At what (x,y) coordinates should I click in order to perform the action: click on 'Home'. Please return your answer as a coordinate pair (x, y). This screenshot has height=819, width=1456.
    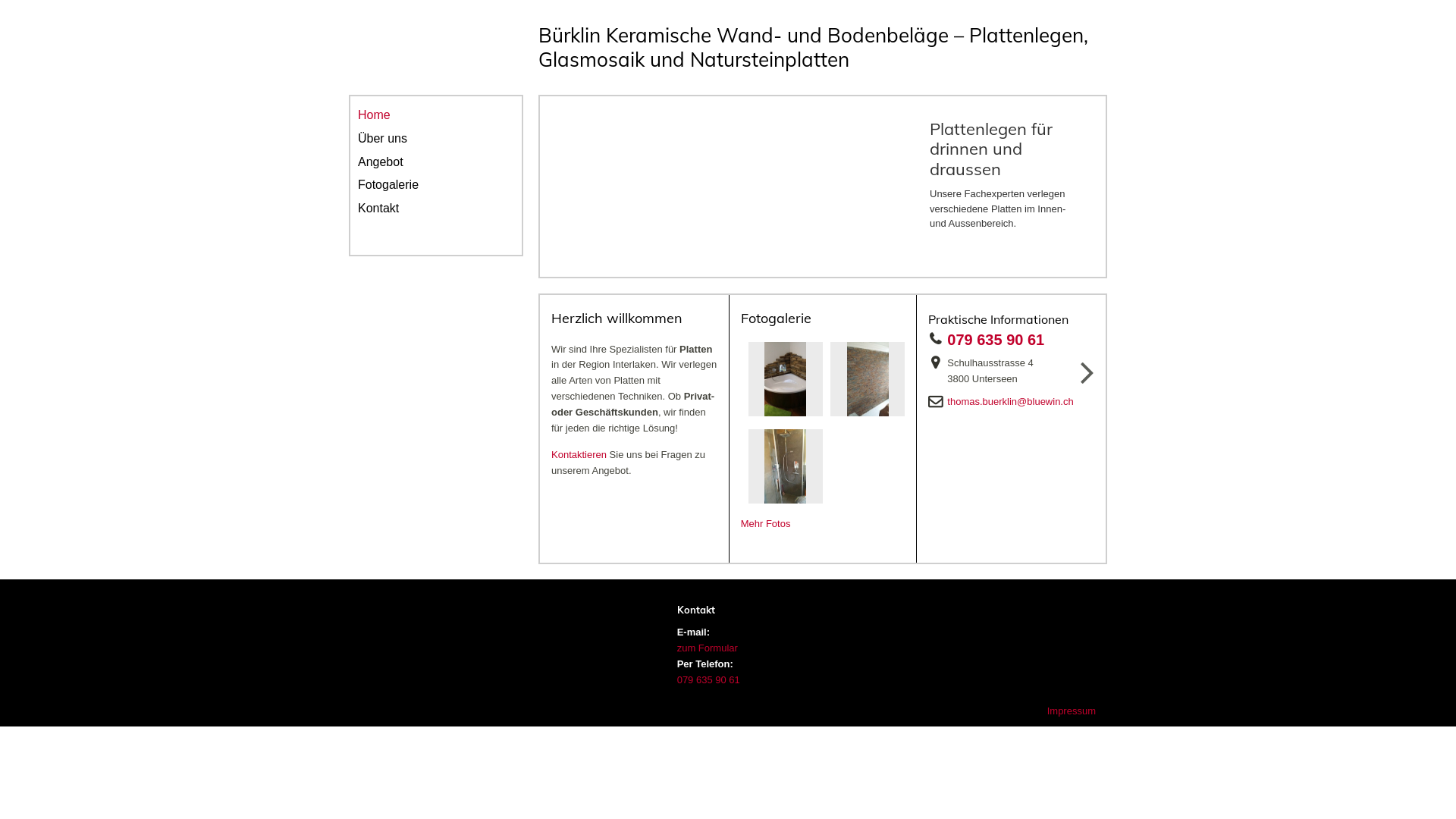
    Looking at the image, I should click on (435, 115).